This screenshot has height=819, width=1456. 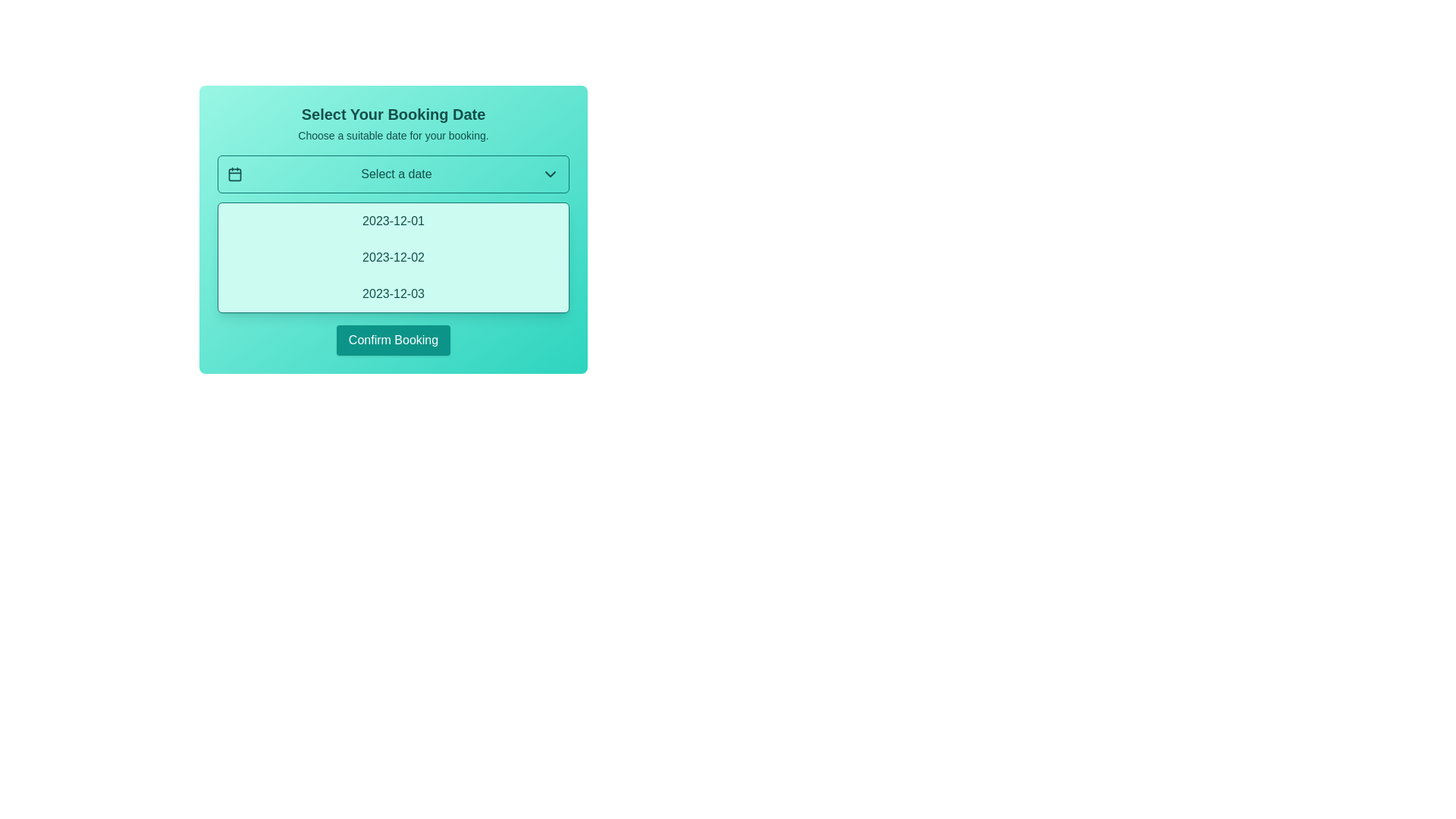 What do you see at coordinates (393, 174) in the screenshot?
I see `the dropdown button for selecting a date located under the subtitle 'Choose a suitable date for your booking.'` at bounding box center [393, 174].